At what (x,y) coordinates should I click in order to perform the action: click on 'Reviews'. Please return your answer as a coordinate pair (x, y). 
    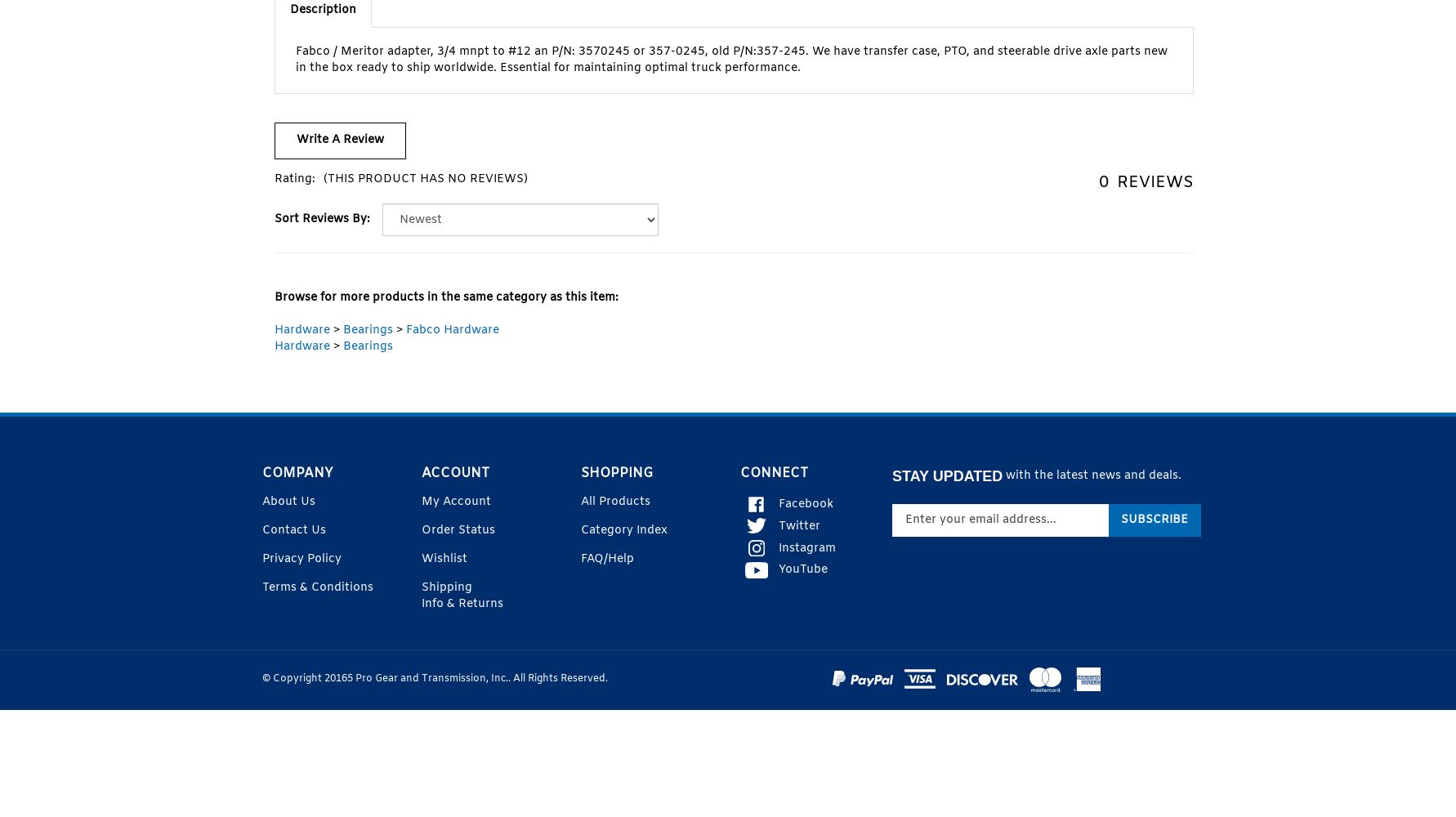
    Looking at the image, I should click on (1155, 181).